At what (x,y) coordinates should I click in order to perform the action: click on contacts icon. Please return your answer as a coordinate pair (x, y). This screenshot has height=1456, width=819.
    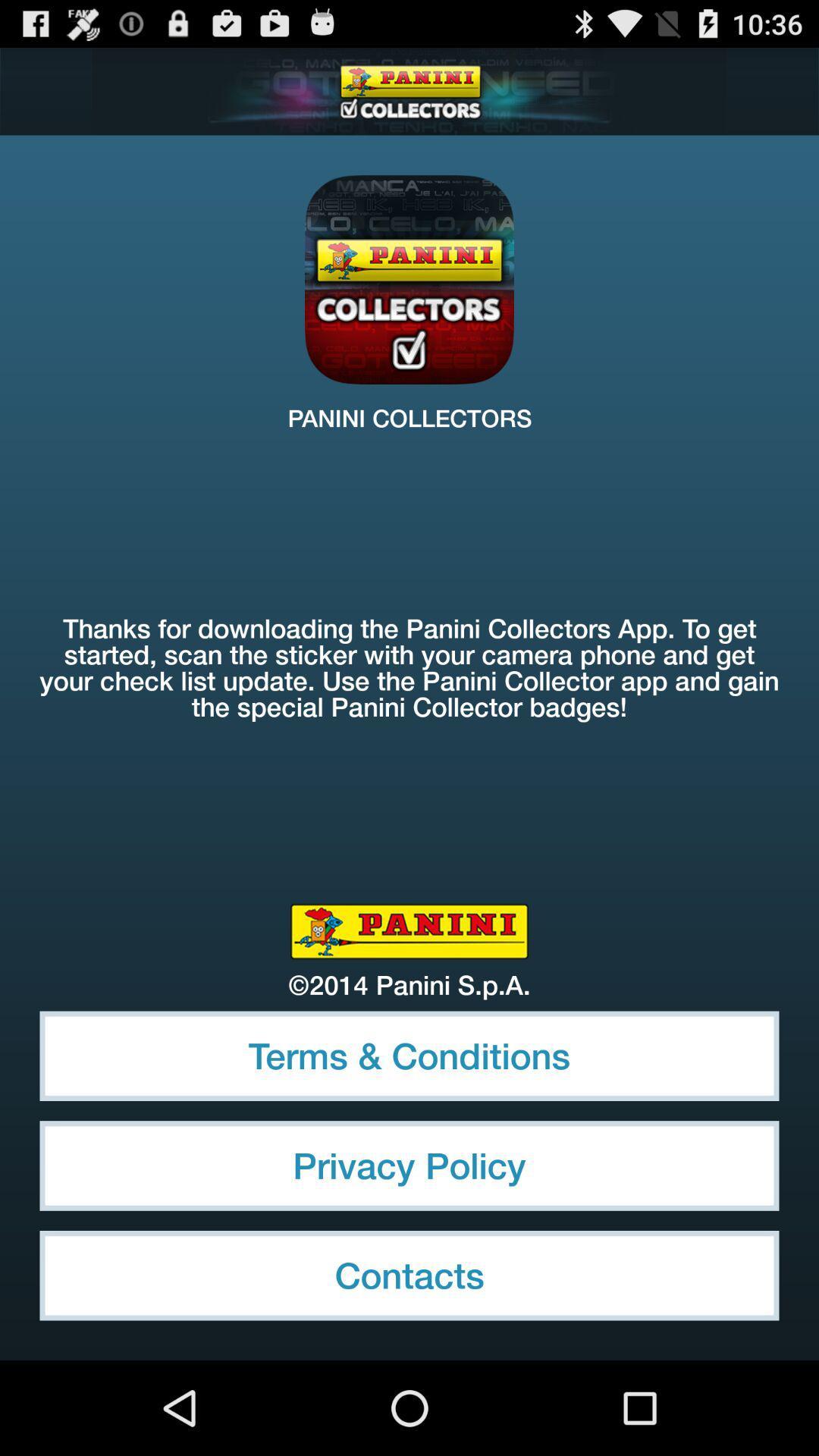
    Looking at the image, I should click on (409, 1275).